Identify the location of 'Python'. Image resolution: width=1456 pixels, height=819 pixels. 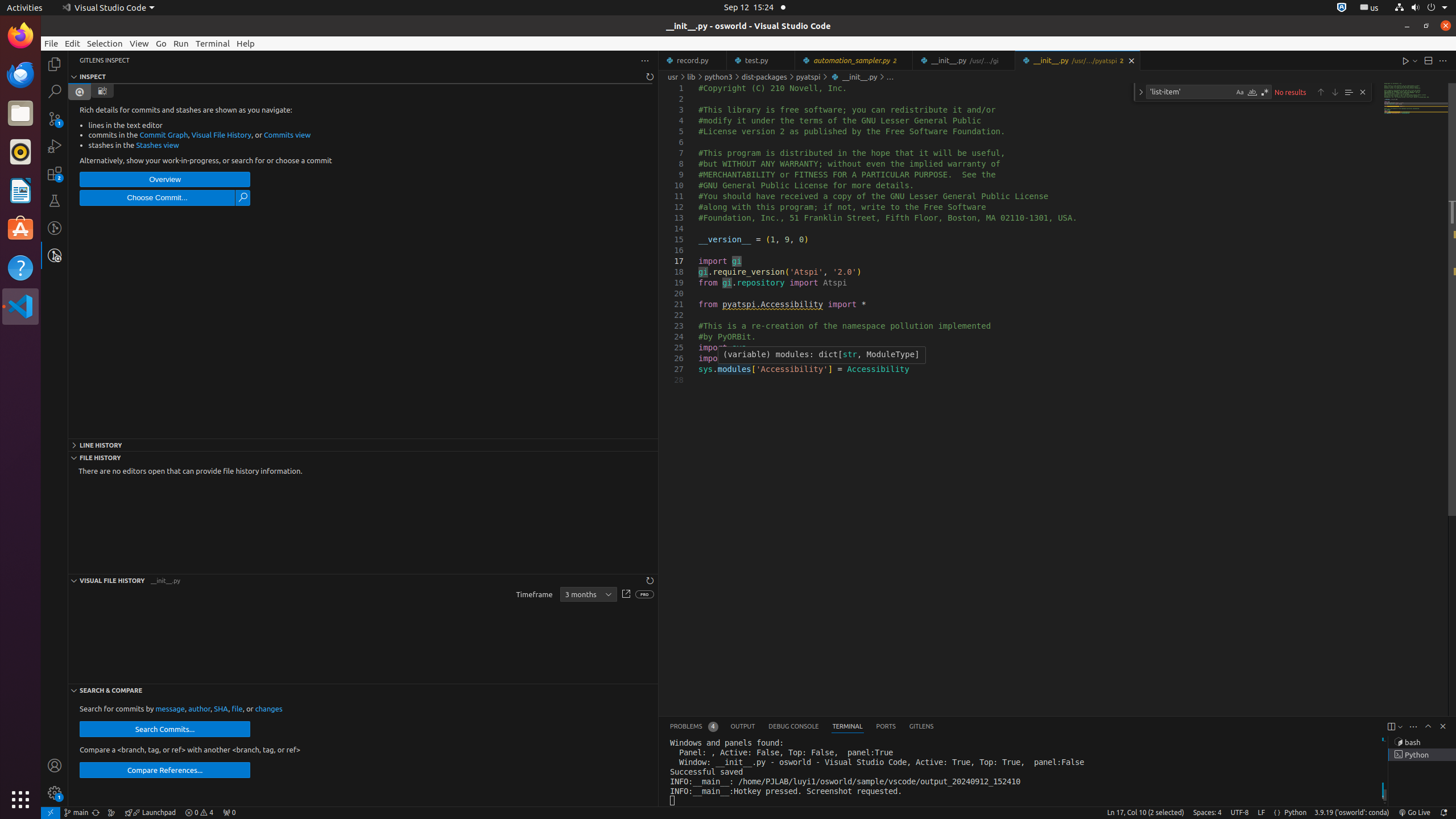
(1294, 812).